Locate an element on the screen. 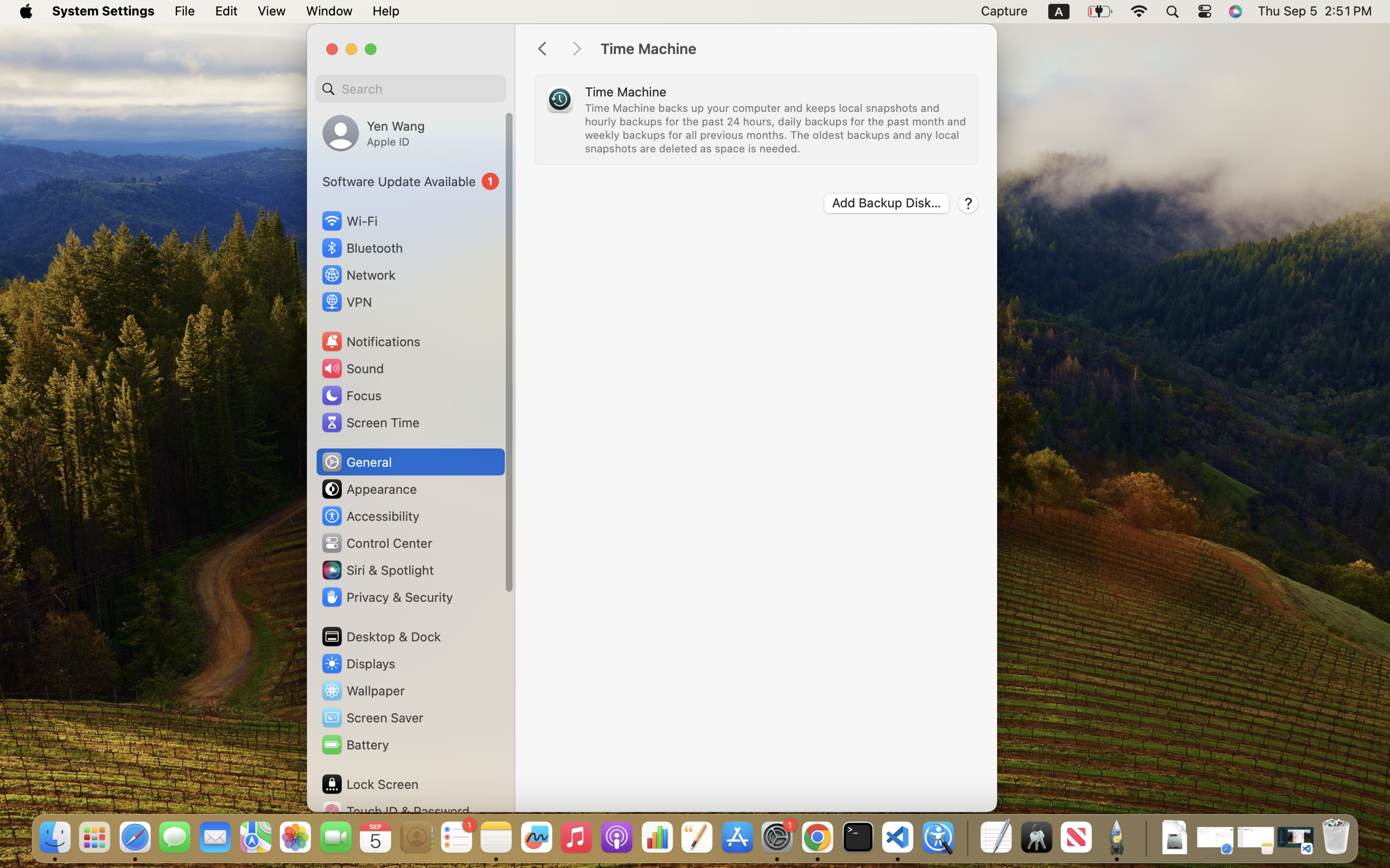  'Wi‑Fi' is located at coordinates (349, 220).